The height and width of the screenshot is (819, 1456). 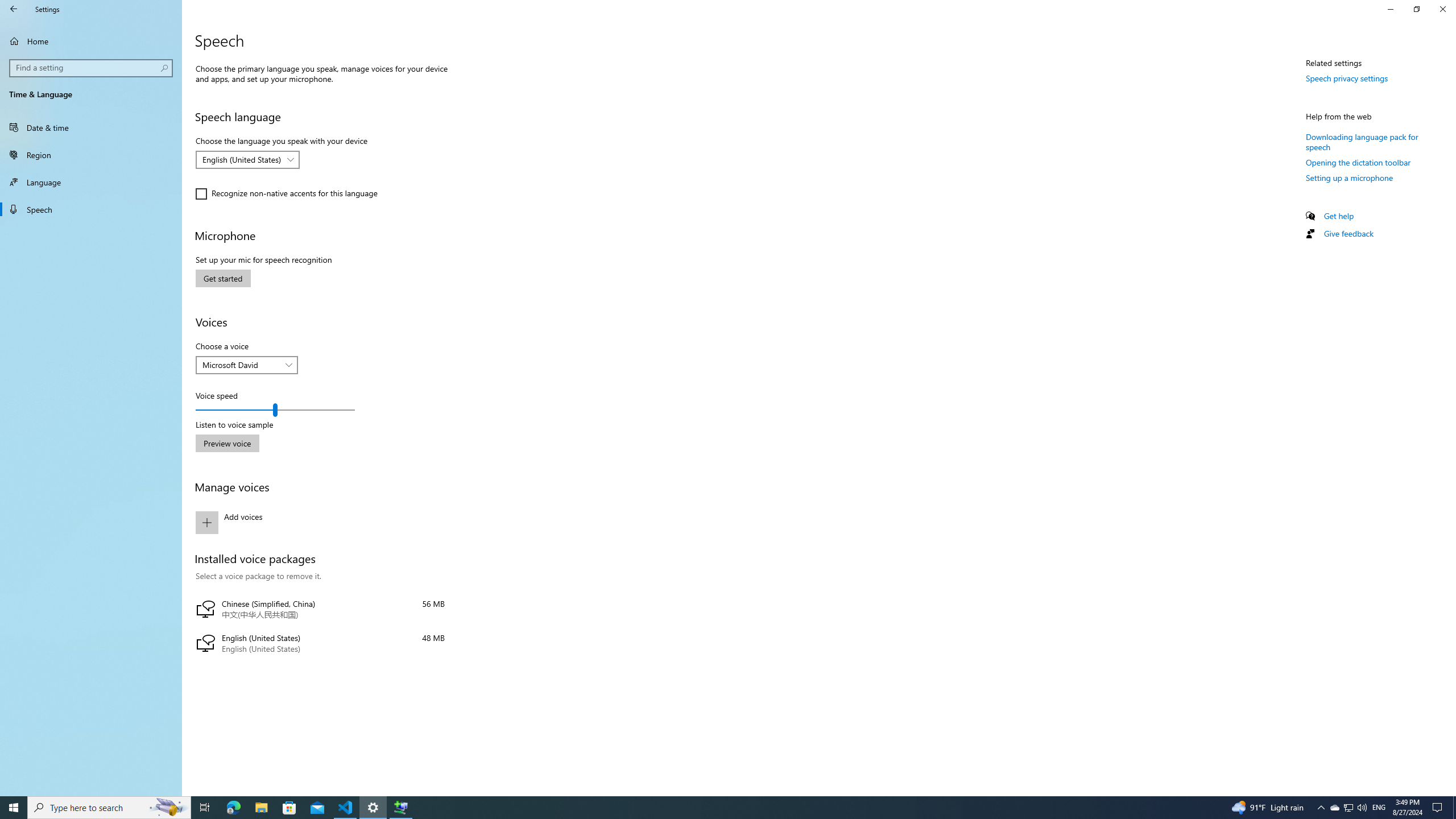 I want to click on 'Opening the dictation toolbar', so click(x=1358, y=162).